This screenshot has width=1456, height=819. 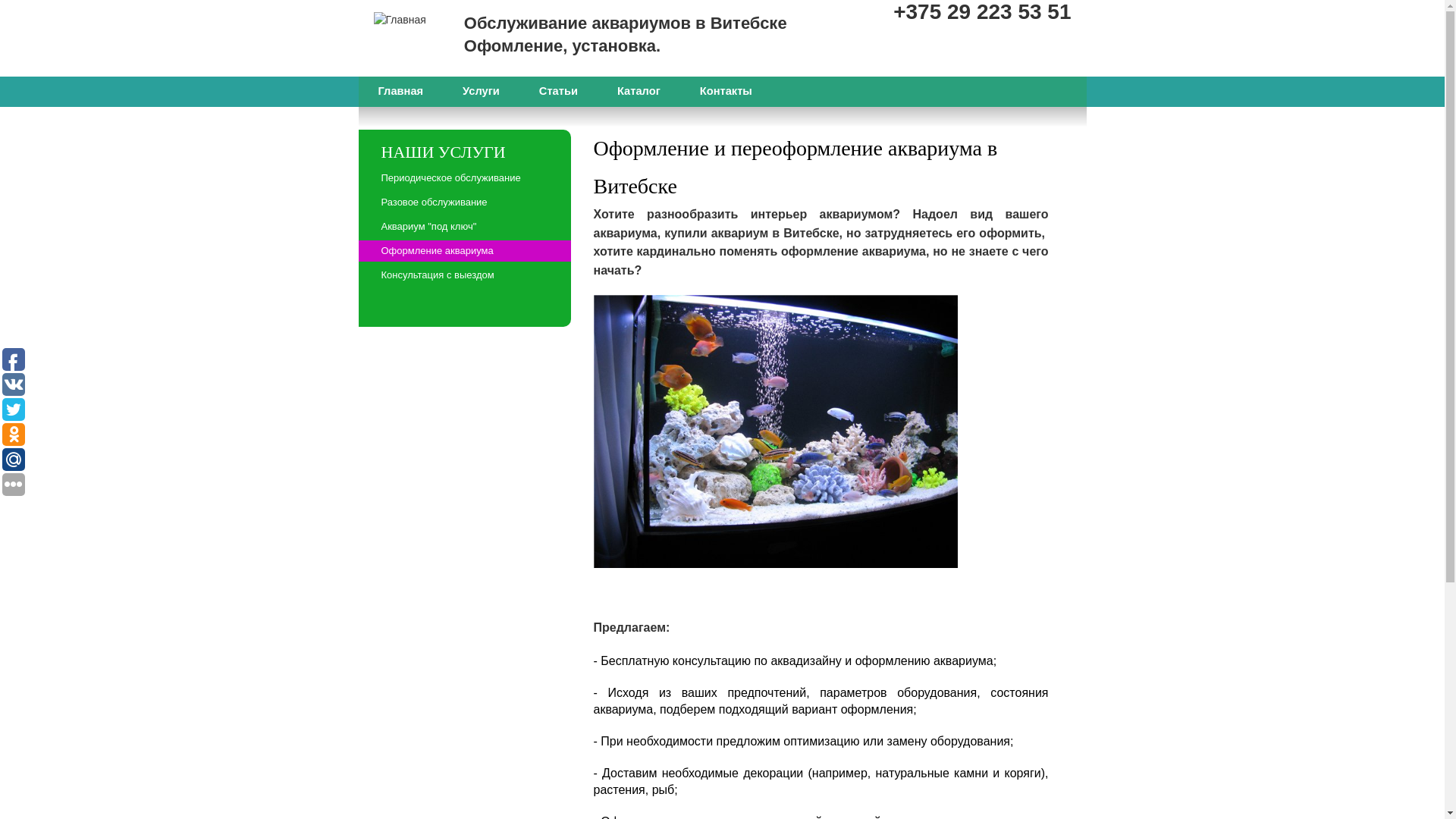 I want to click on '+375 29 223 53 51', so click(x=982, y=11).